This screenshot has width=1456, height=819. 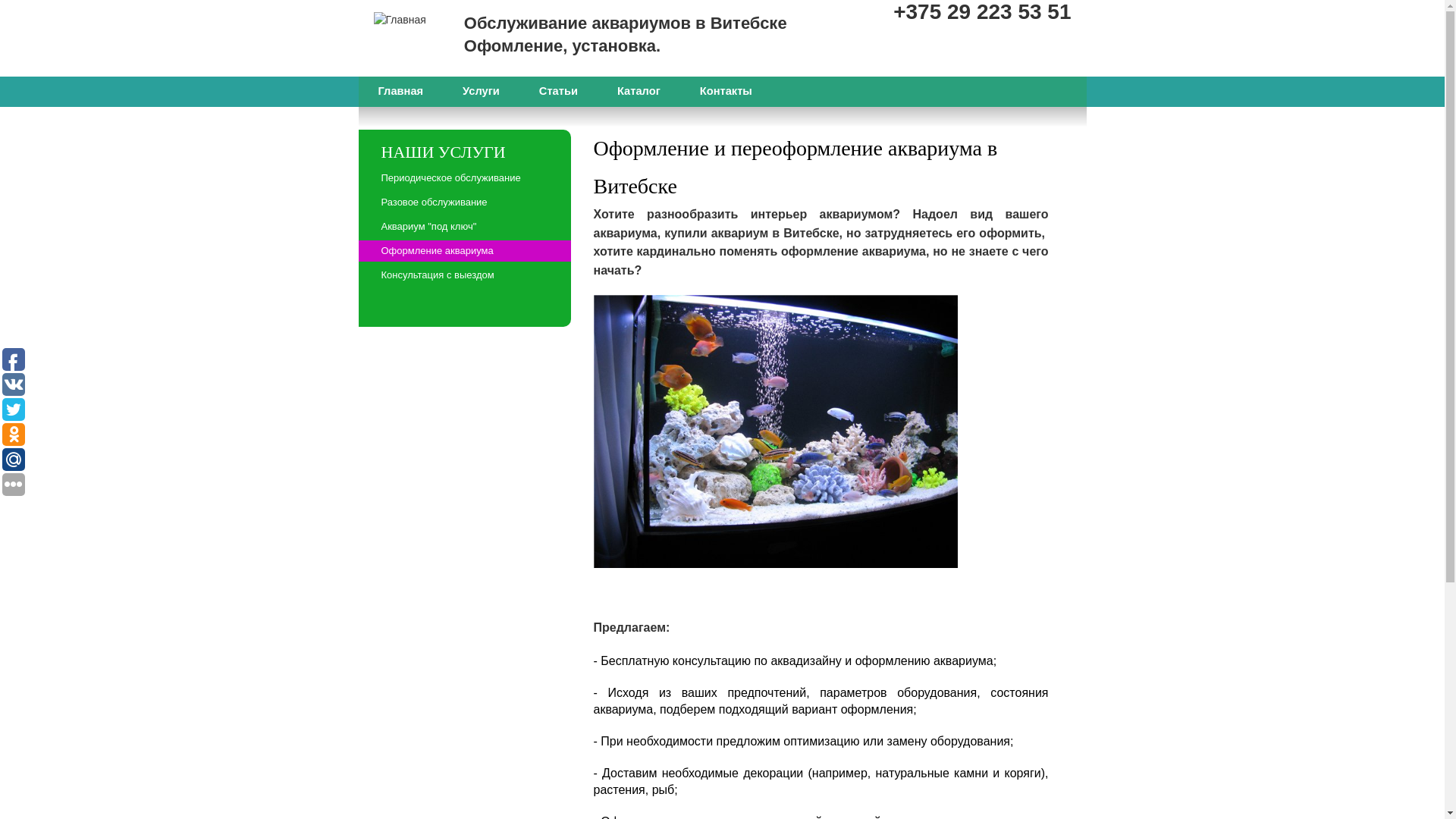 I want to click on '+375 29 223 53 51', so click(x=982, y=11).